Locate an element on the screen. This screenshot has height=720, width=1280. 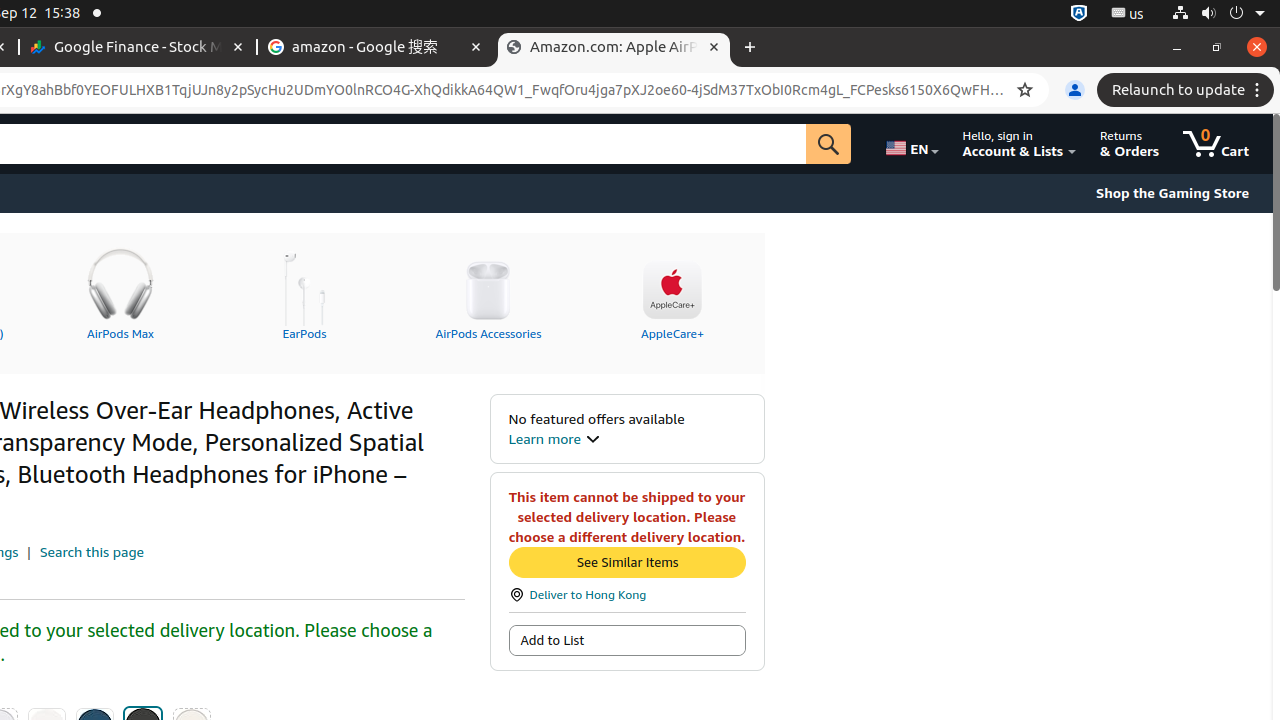
'Add to List' is located at coordinates (625, 640).